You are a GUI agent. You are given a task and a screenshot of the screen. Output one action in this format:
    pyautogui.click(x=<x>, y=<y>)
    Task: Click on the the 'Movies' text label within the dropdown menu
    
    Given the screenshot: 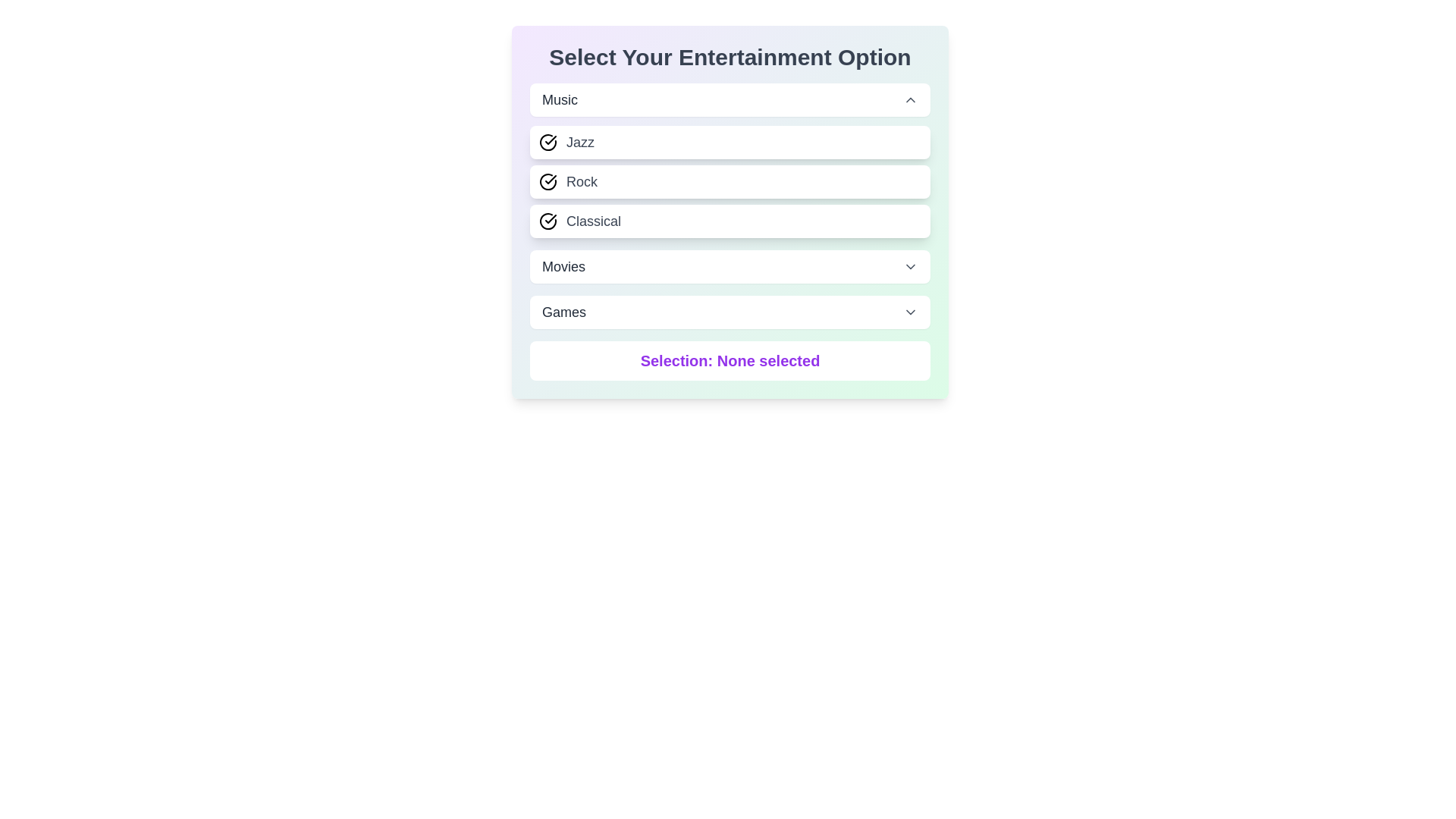 What is the action you would take?
    pyautogui.click(x=563, y=265)
    